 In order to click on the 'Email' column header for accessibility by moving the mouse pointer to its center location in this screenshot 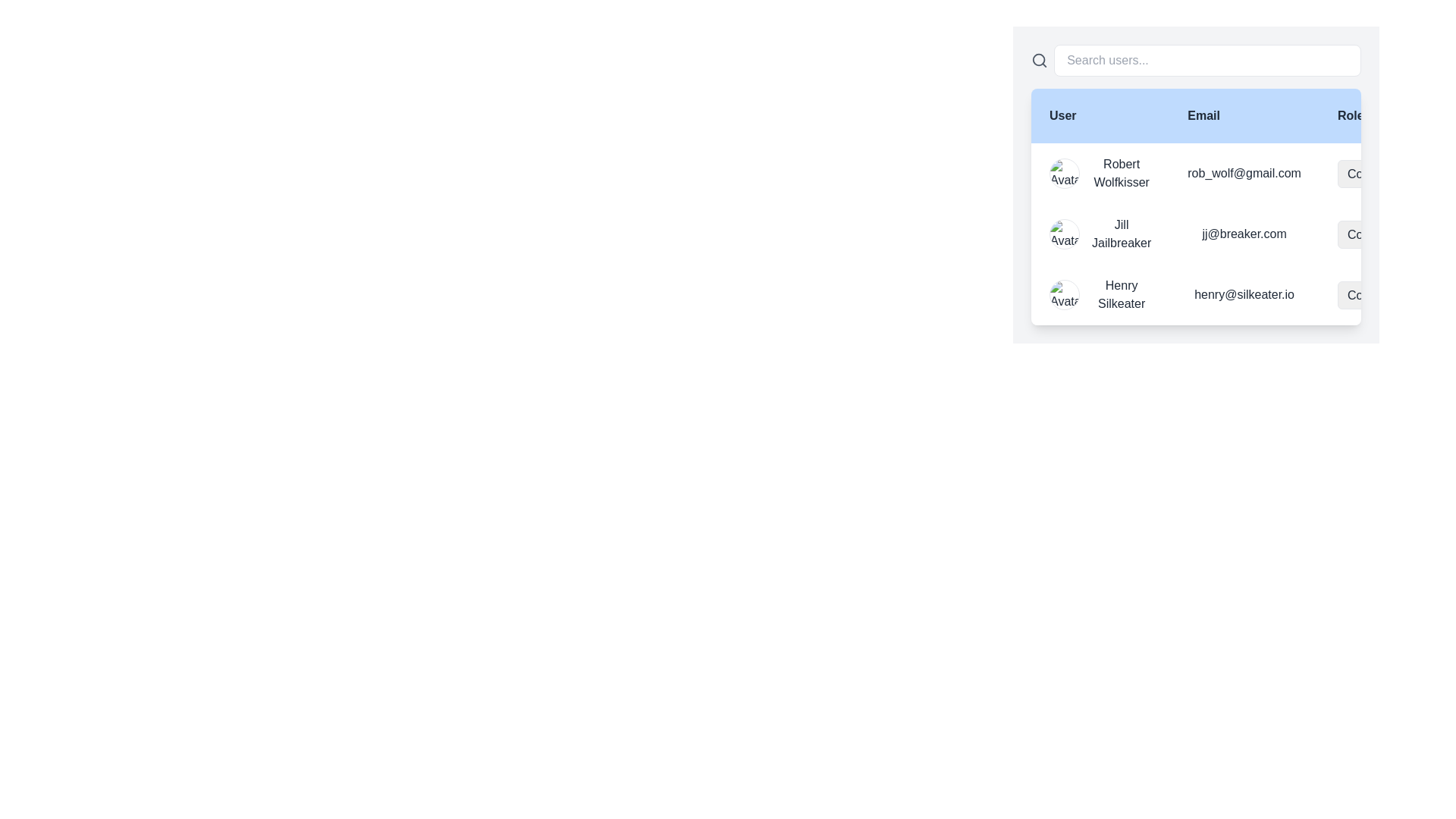, I will do `click(1244, 115)`.